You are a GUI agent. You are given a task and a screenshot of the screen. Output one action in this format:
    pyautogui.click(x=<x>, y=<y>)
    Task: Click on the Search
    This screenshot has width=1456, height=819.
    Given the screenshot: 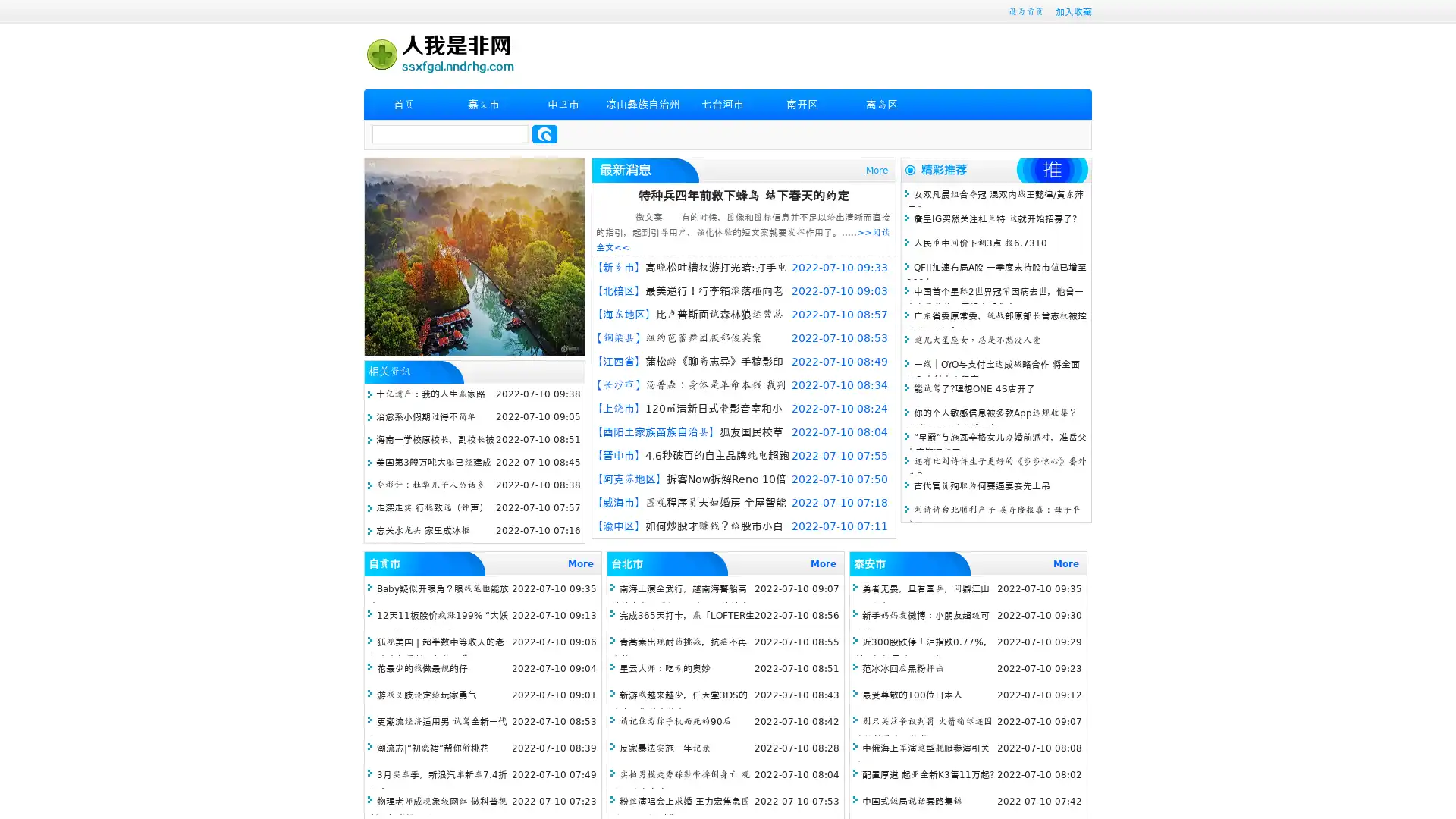 What is the action you would take?
    pyautogui.click(x=544, y=133)
    